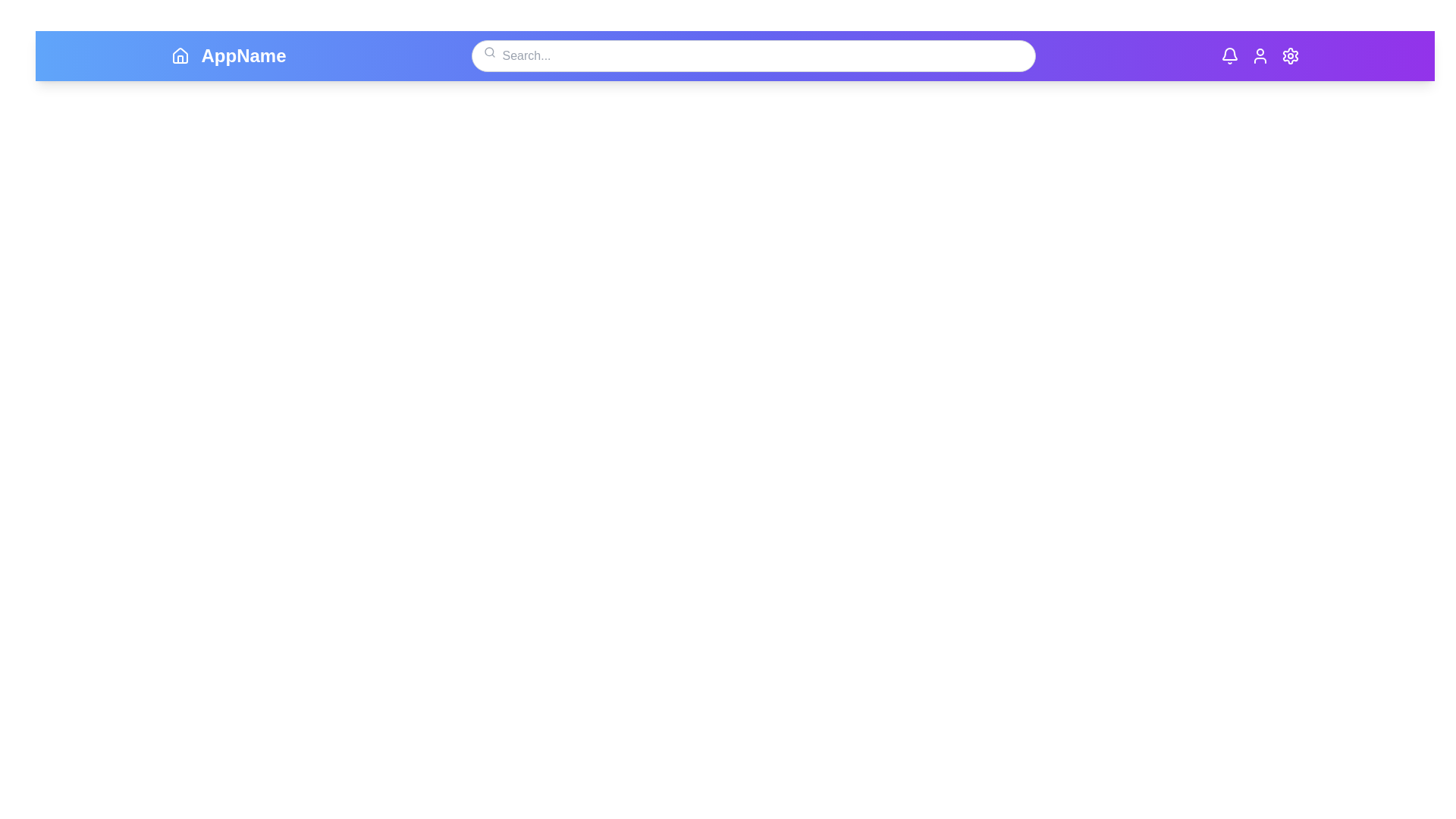 The image size is (1456, 819). Describe the element at coordinates (1229, 55) in the screenshot. I see `the Bell icon to navigate` at that location.